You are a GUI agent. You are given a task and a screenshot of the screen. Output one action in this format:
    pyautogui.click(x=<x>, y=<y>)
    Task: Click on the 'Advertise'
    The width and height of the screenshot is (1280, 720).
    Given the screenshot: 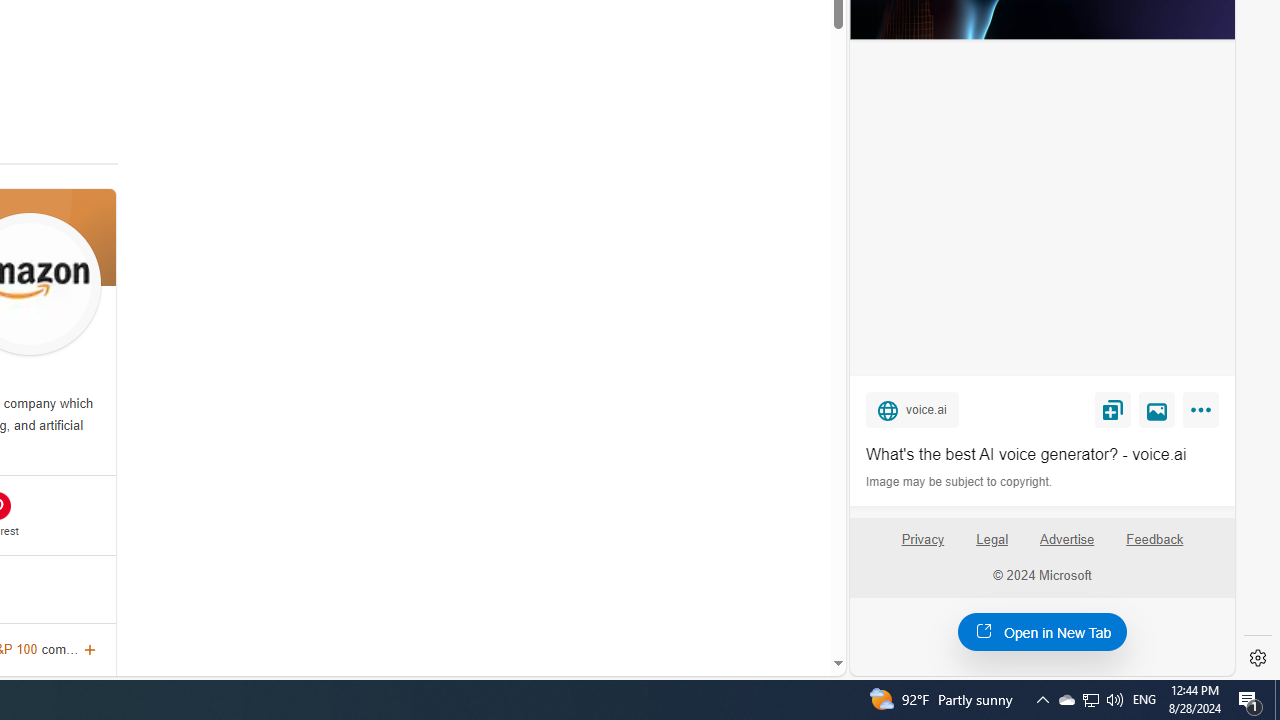 What is the action you would take?
    pyautogui.click(x=1065, y=538)
    